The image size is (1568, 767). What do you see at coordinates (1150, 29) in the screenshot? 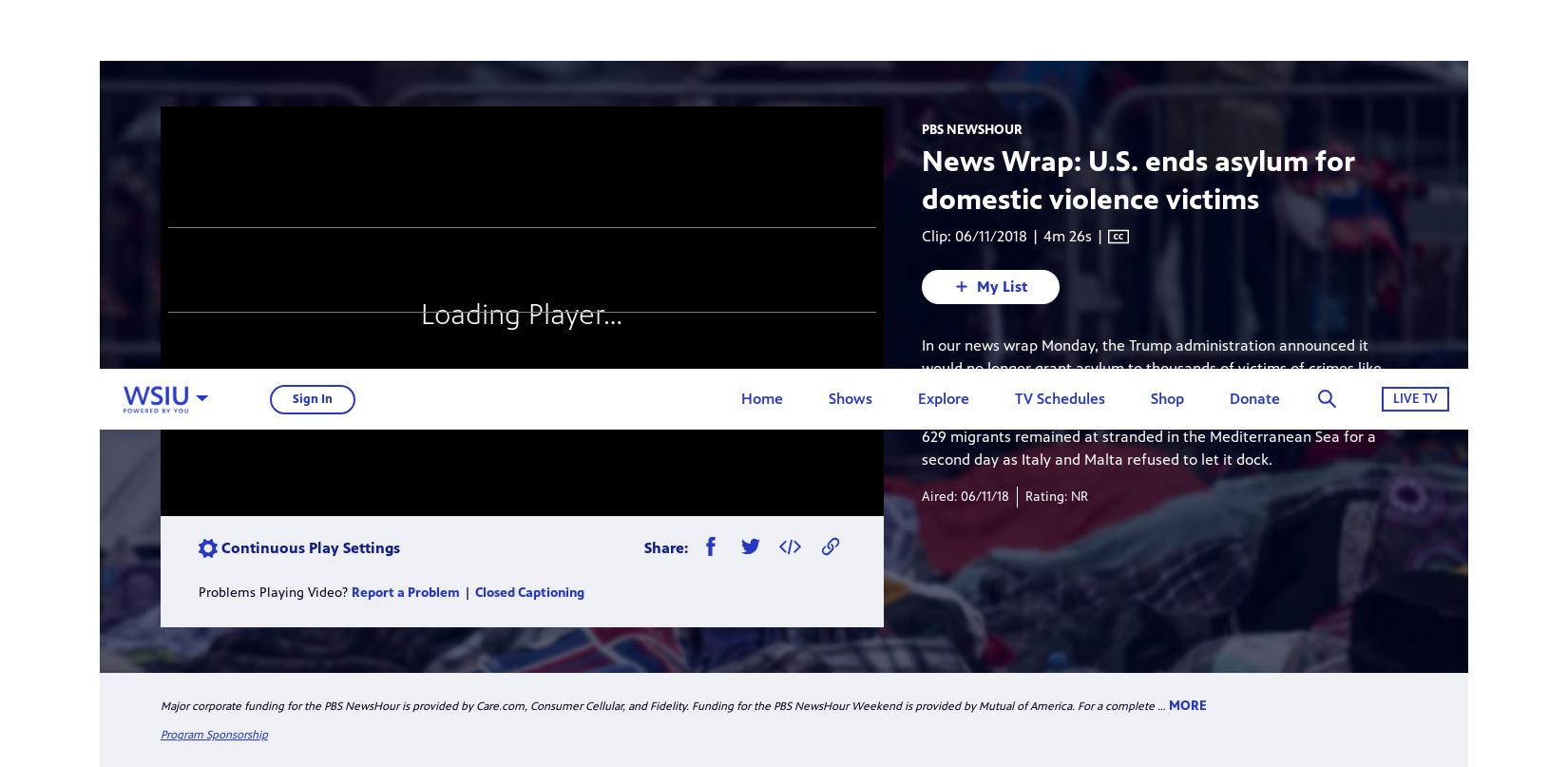
I see `'Shop'` at bounding box center [1150, 29].